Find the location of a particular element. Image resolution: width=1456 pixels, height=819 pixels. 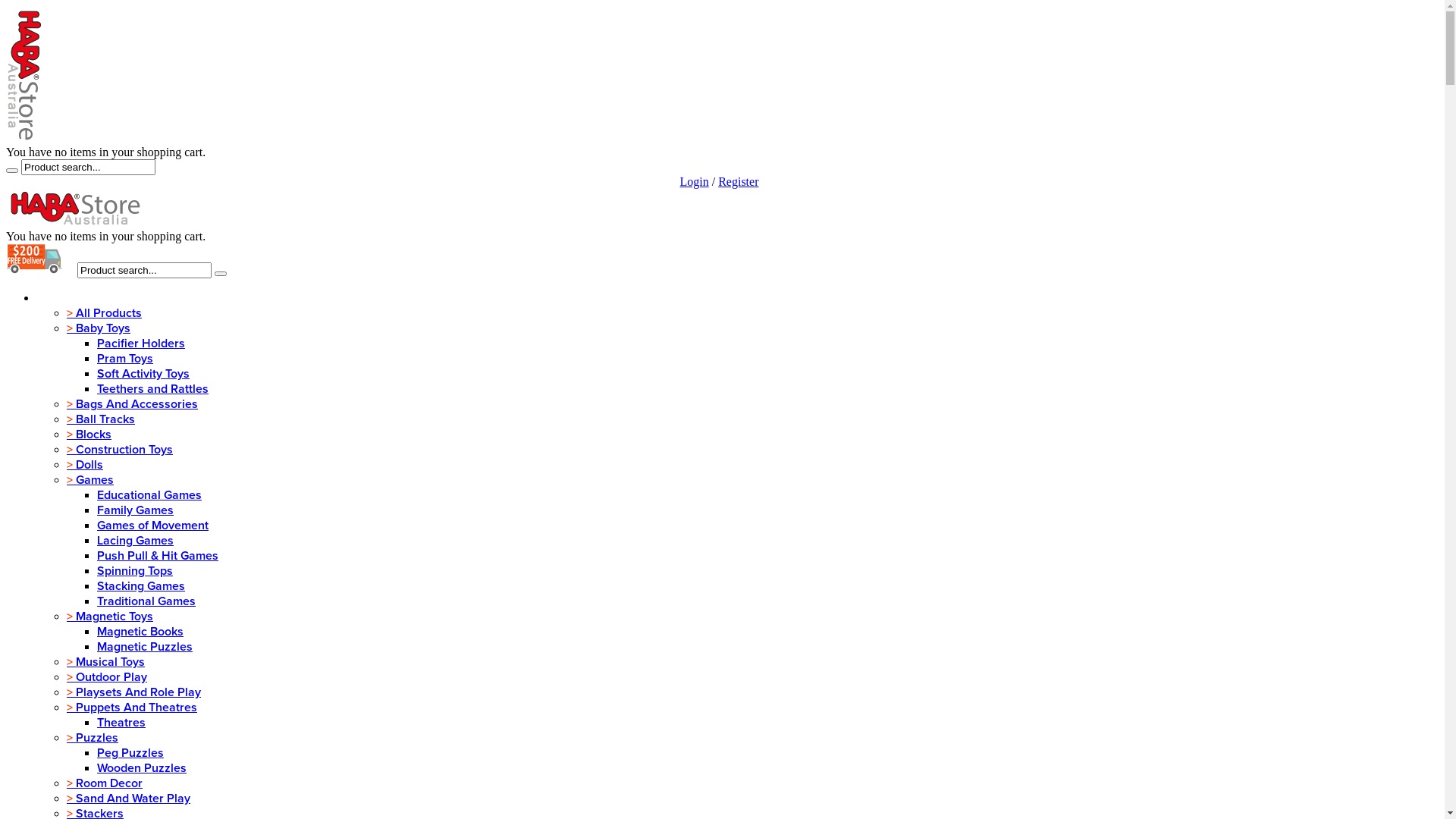

'Lacing Games' is located at coordinates (135, 540).